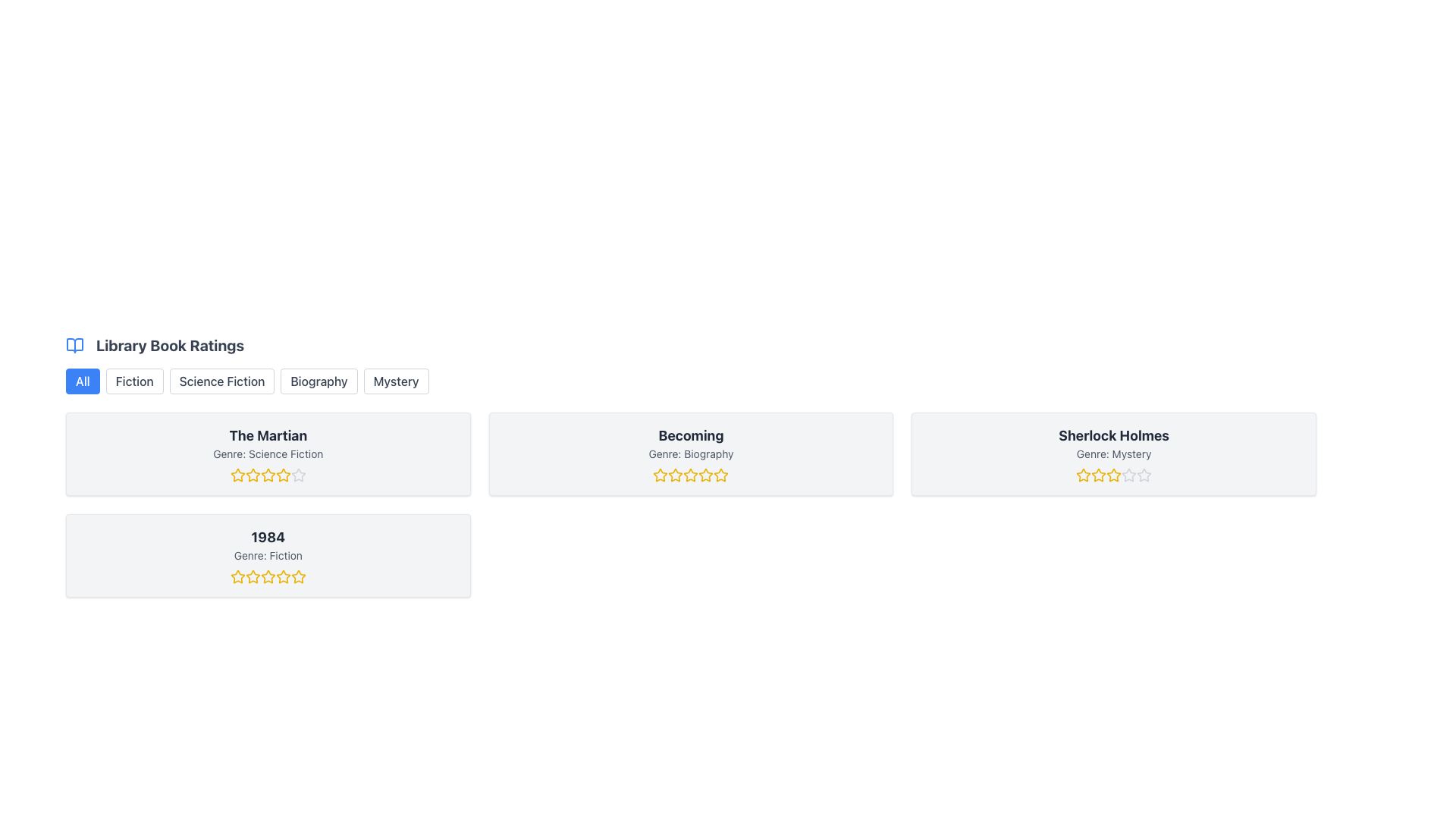 This screenshot has height=819, width=1456. Describe the element at coordinates (74, 345) in the screenshot. I see `the open book icon that is styled with a blue color fill, located to the left of the 'Library Book Ratings' heading` at that location.